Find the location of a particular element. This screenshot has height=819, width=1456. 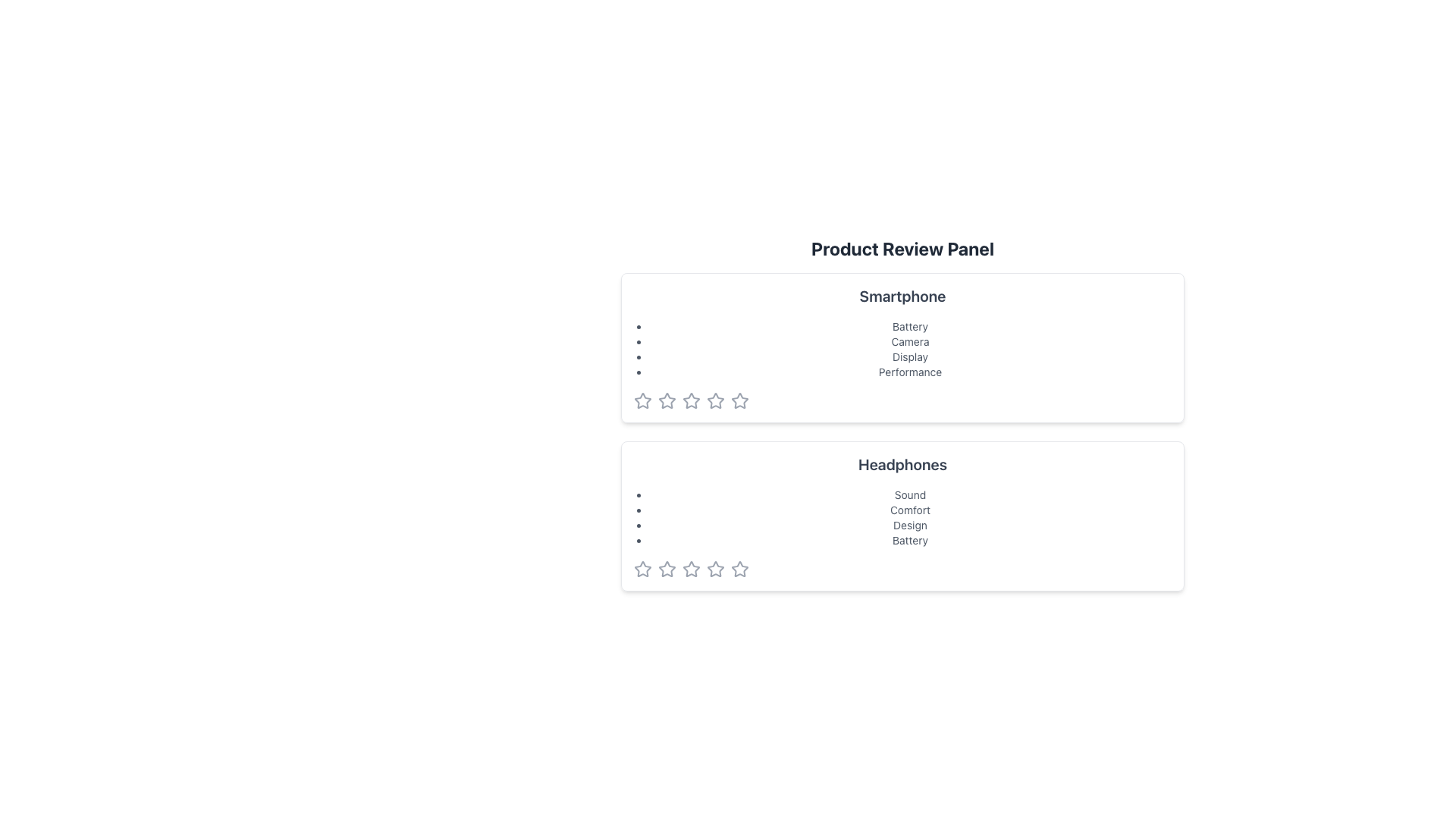

the 'Comfort' category text label within the 'Headphones' attributes list is located at coordinates (910, 510).